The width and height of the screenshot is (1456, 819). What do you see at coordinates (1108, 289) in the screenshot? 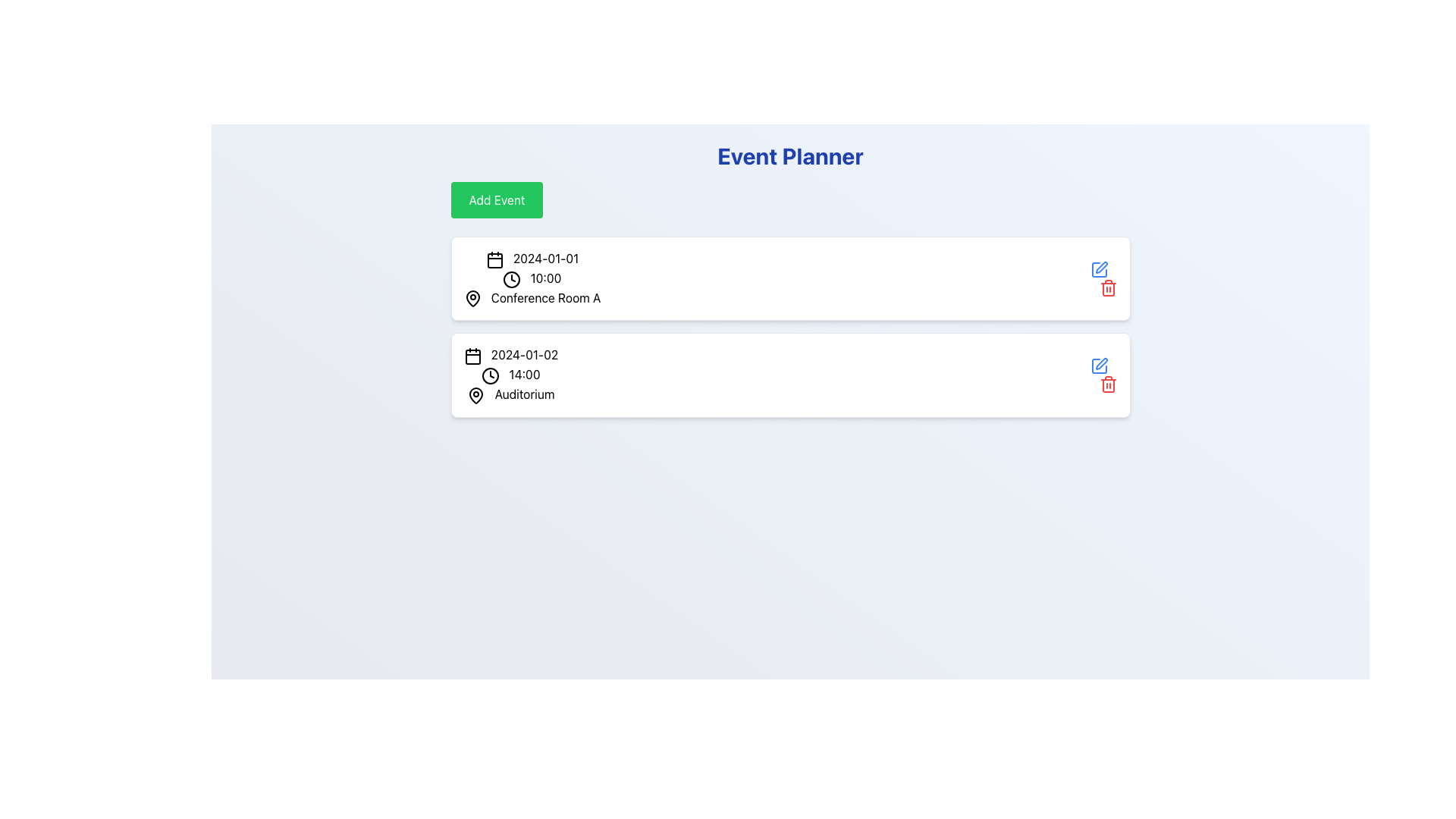
I see `the trash can icon's vector graphic element, which is part of the delete functionality for removing an event entry` at bounding box center [1108, 289].